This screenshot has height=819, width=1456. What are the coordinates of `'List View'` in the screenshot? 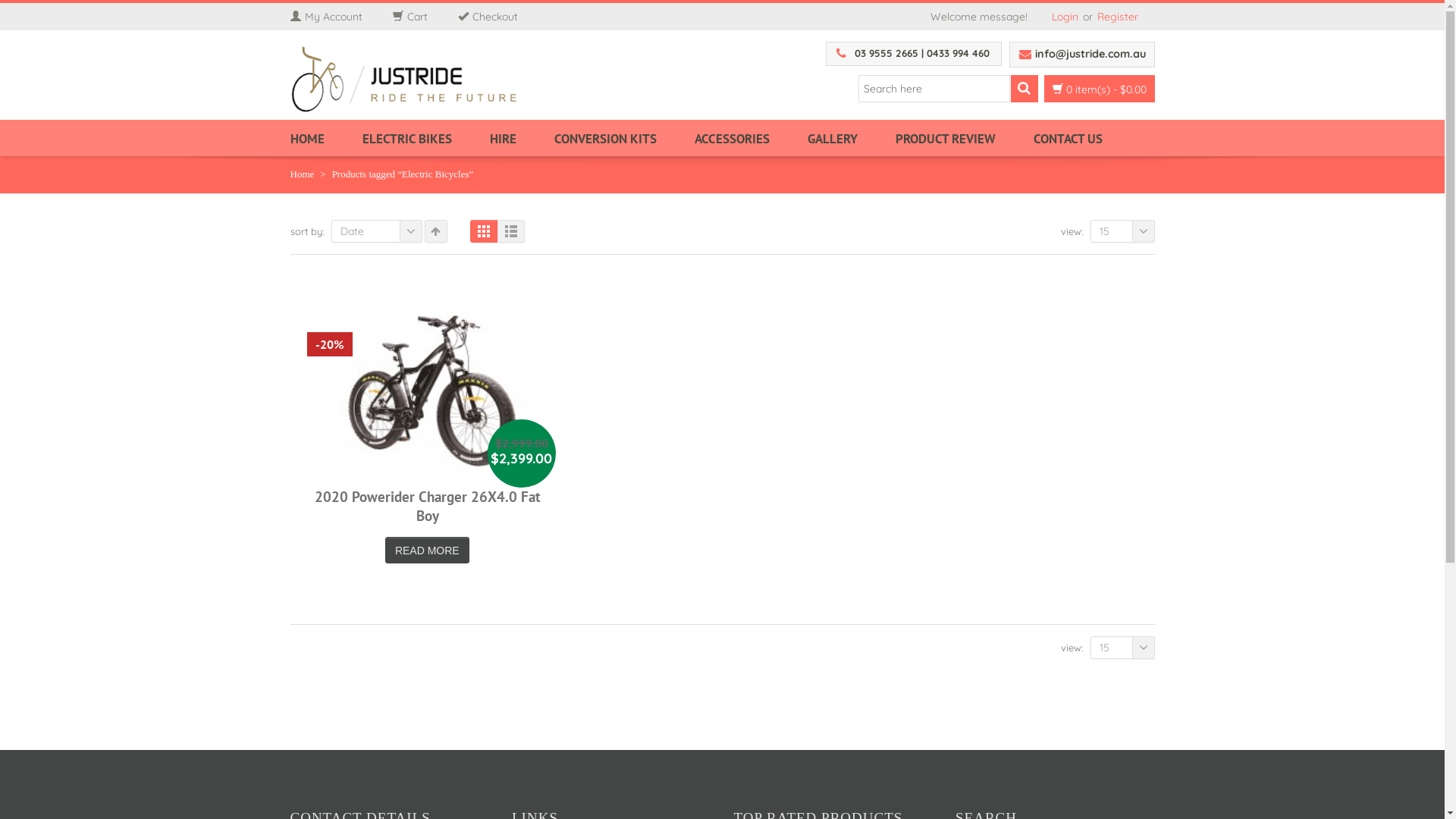 It's located at (510, 231).